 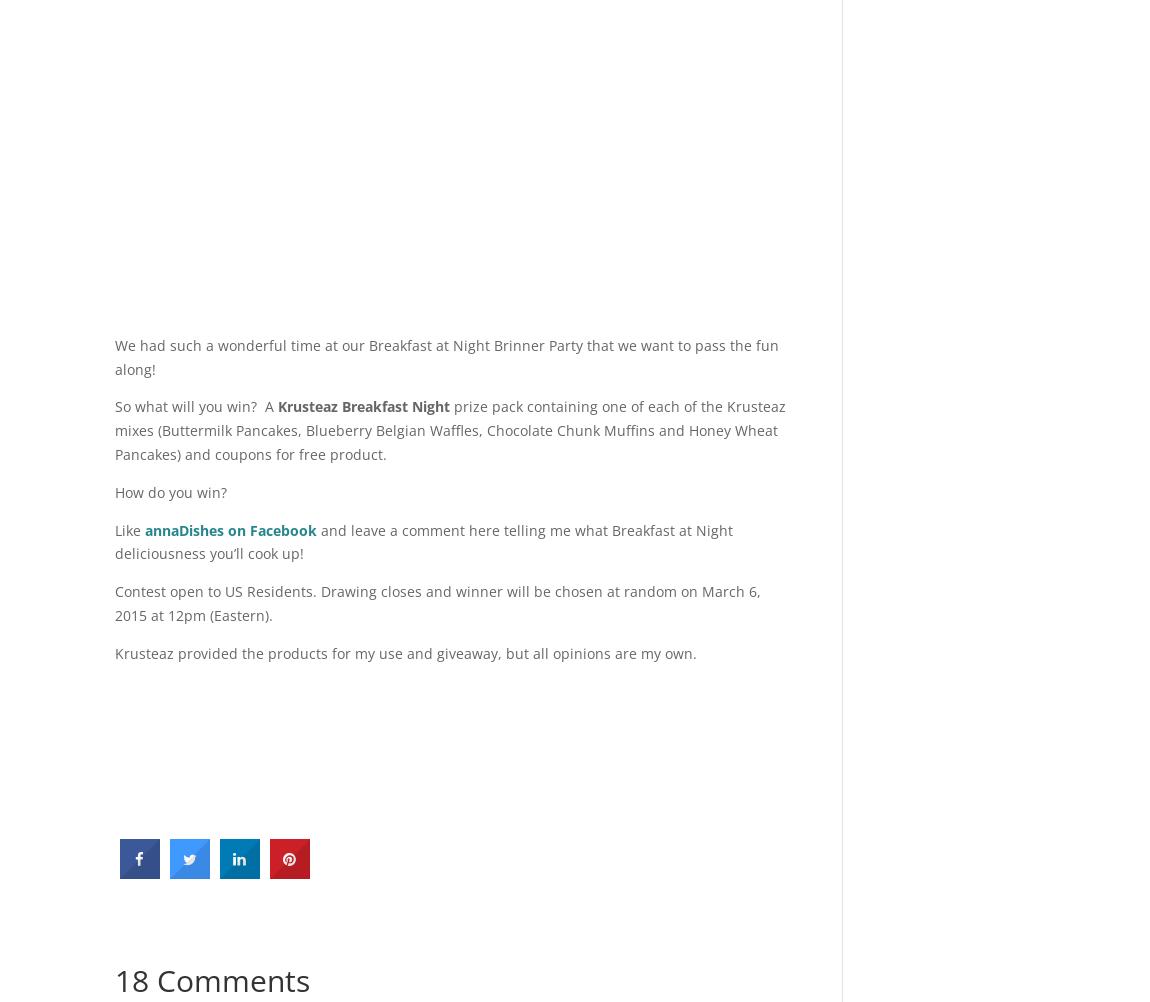 What do you see at coordinates (114, 541) in the screenshot?
I see `'and leave a comment here telling me what Breakfast at Night deliciousness you’ll cook up!'` at bounding box center [114, 541].